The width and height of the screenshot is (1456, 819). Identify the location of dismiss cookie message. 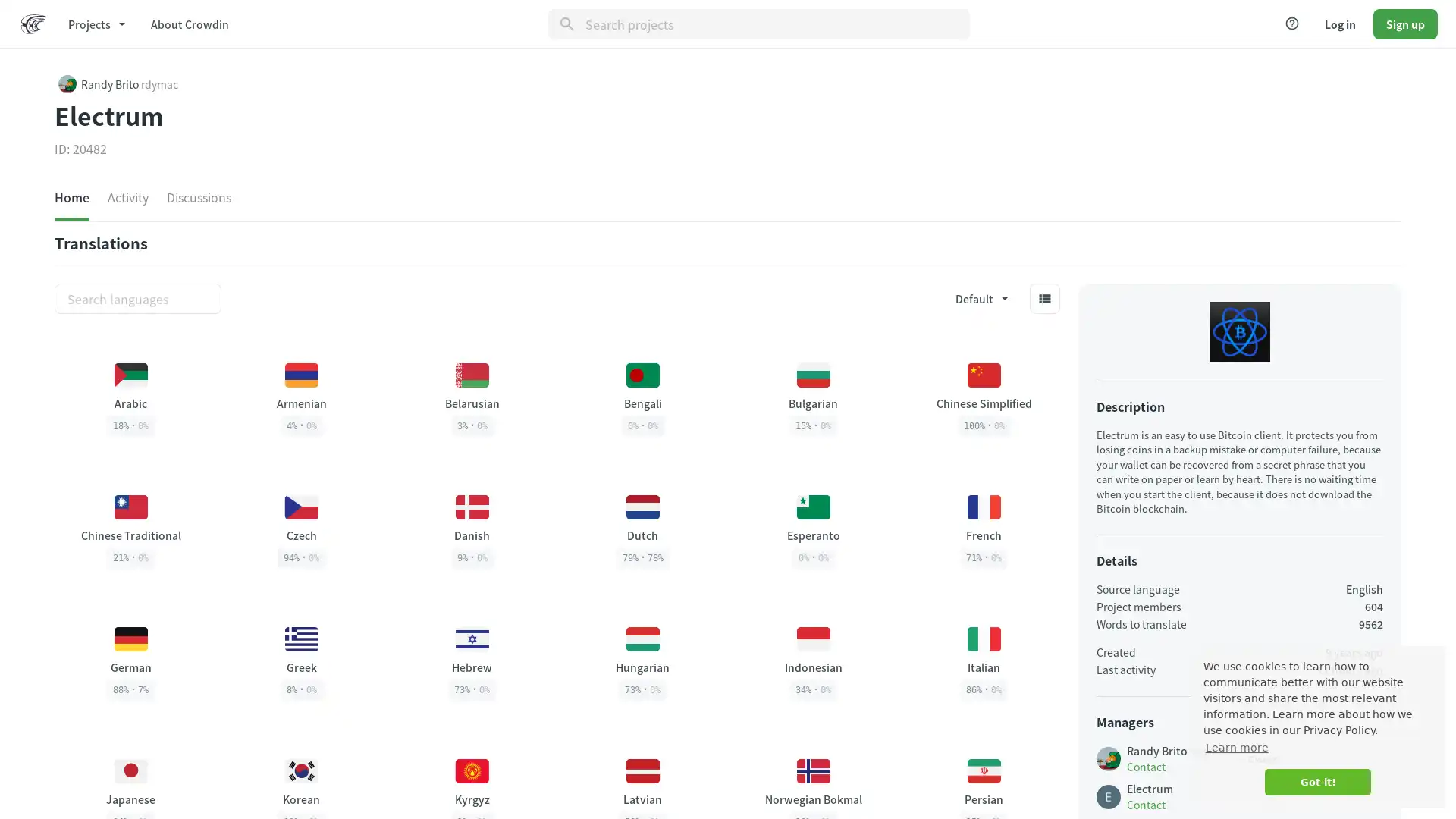
(1316, 782).